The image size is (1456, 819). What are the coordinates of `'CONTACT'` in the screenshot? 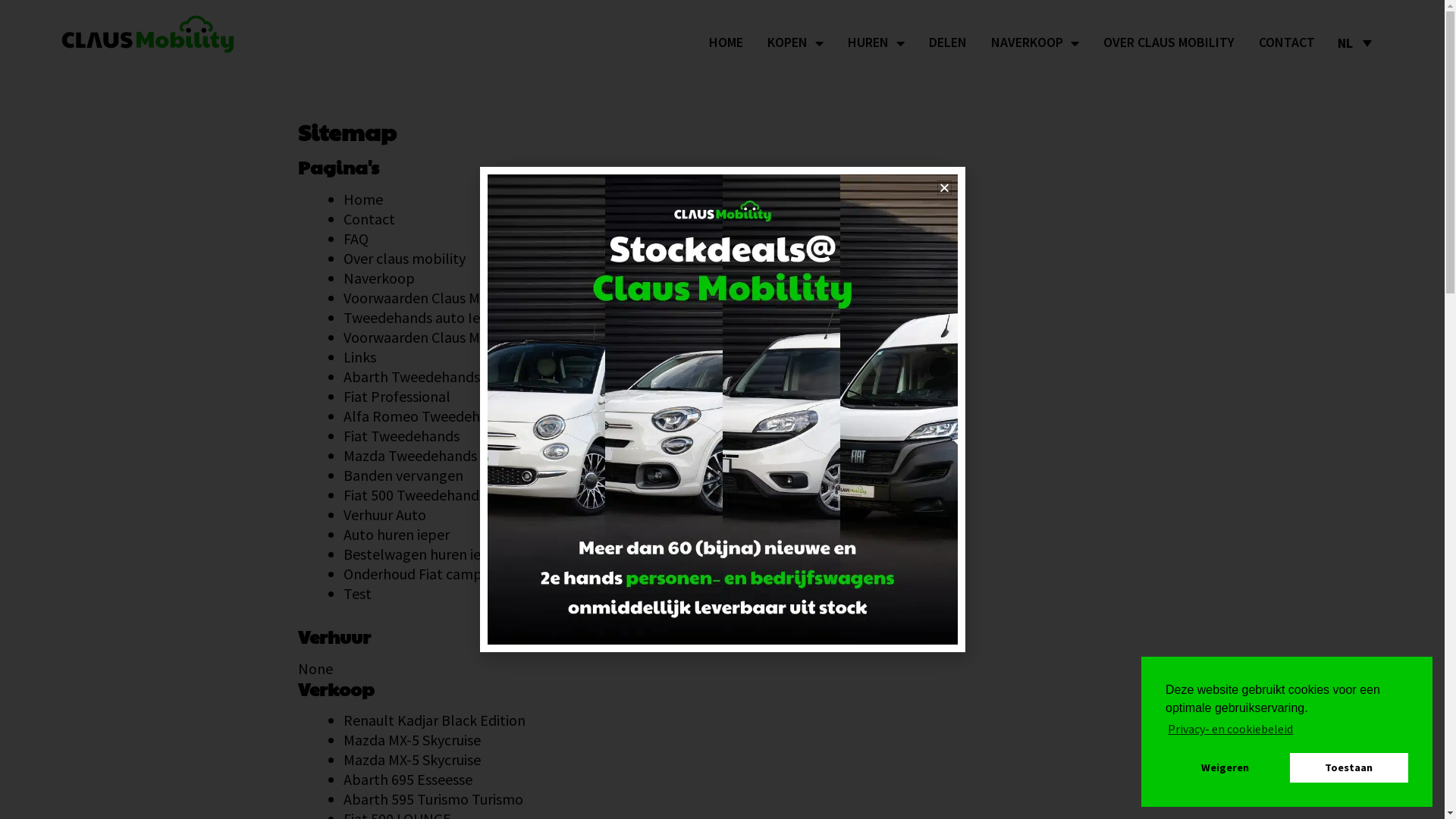 It's located at (1286, 42).